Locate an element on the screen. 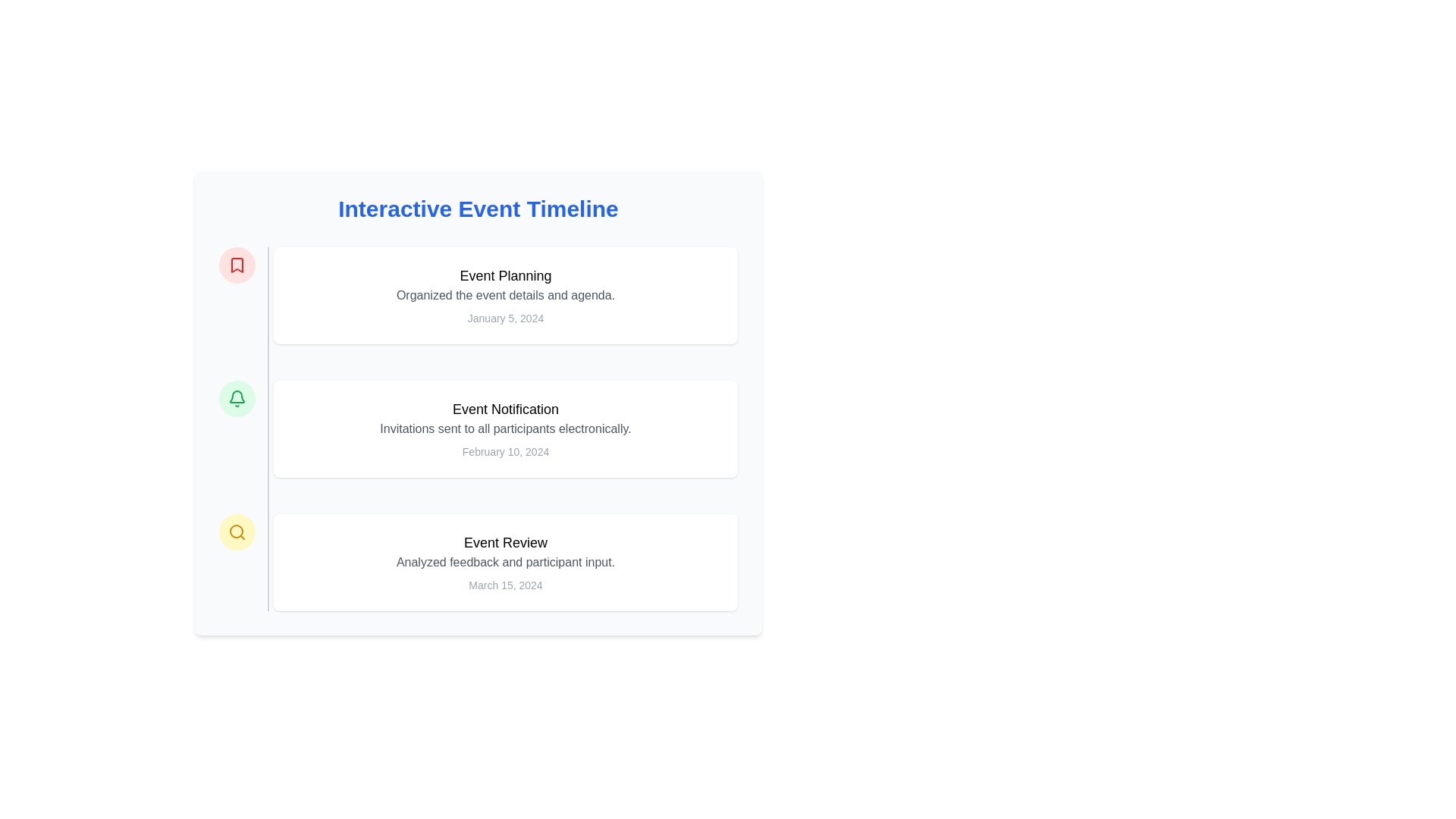 This screenshot has height=819, width=1456. details from the third card in the vertical list, which contains the title 'Event Review', the description 'Analyzed feedback and participant input', and the date 'March 15, 2024' is located at coordinates (506, 562).